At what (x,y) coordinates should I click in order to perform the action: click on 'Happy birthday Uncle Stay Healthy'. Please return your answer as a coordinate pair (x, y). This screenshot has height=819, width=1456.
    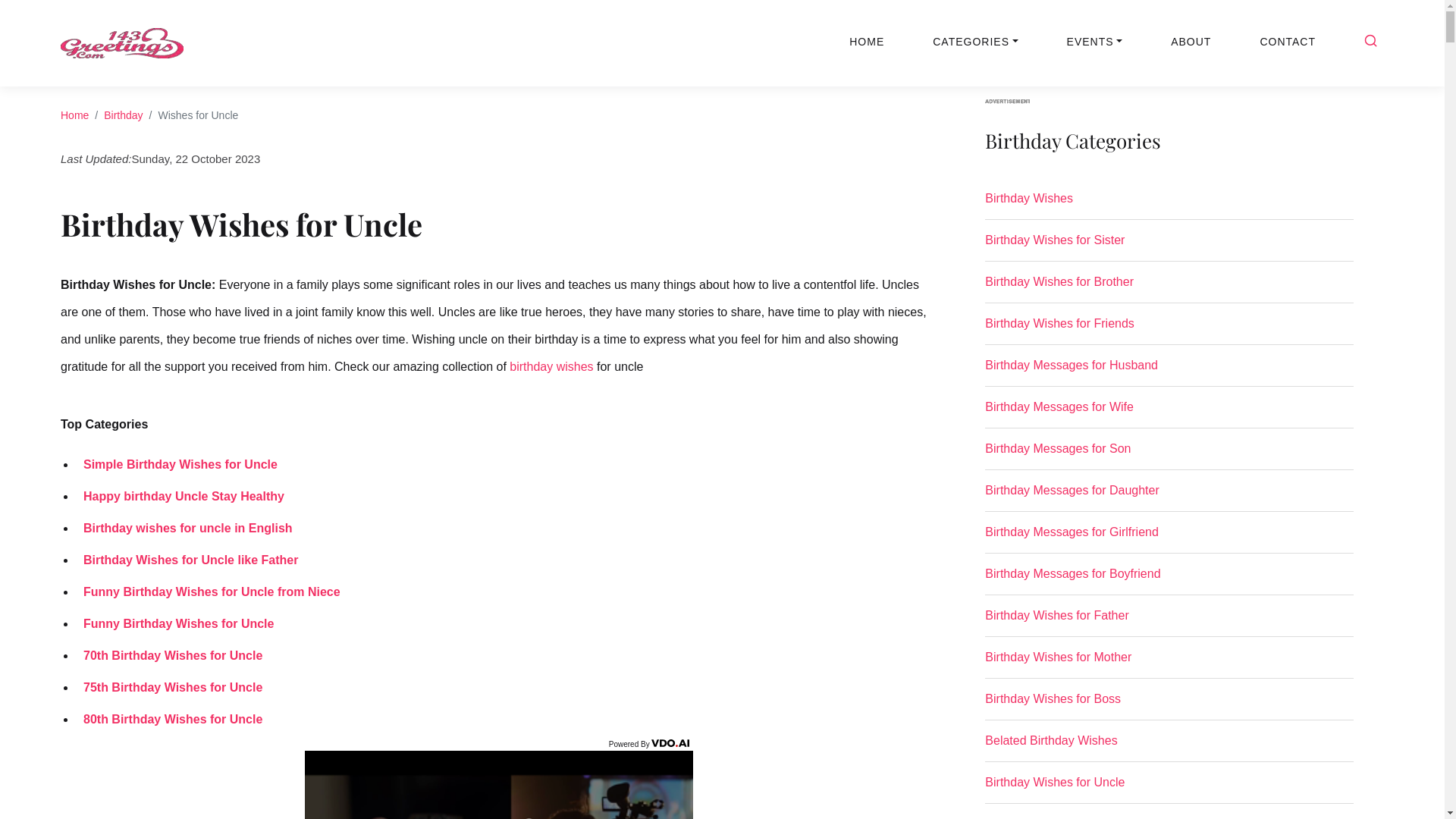
    Looking at the image, I should click on (75, 496).